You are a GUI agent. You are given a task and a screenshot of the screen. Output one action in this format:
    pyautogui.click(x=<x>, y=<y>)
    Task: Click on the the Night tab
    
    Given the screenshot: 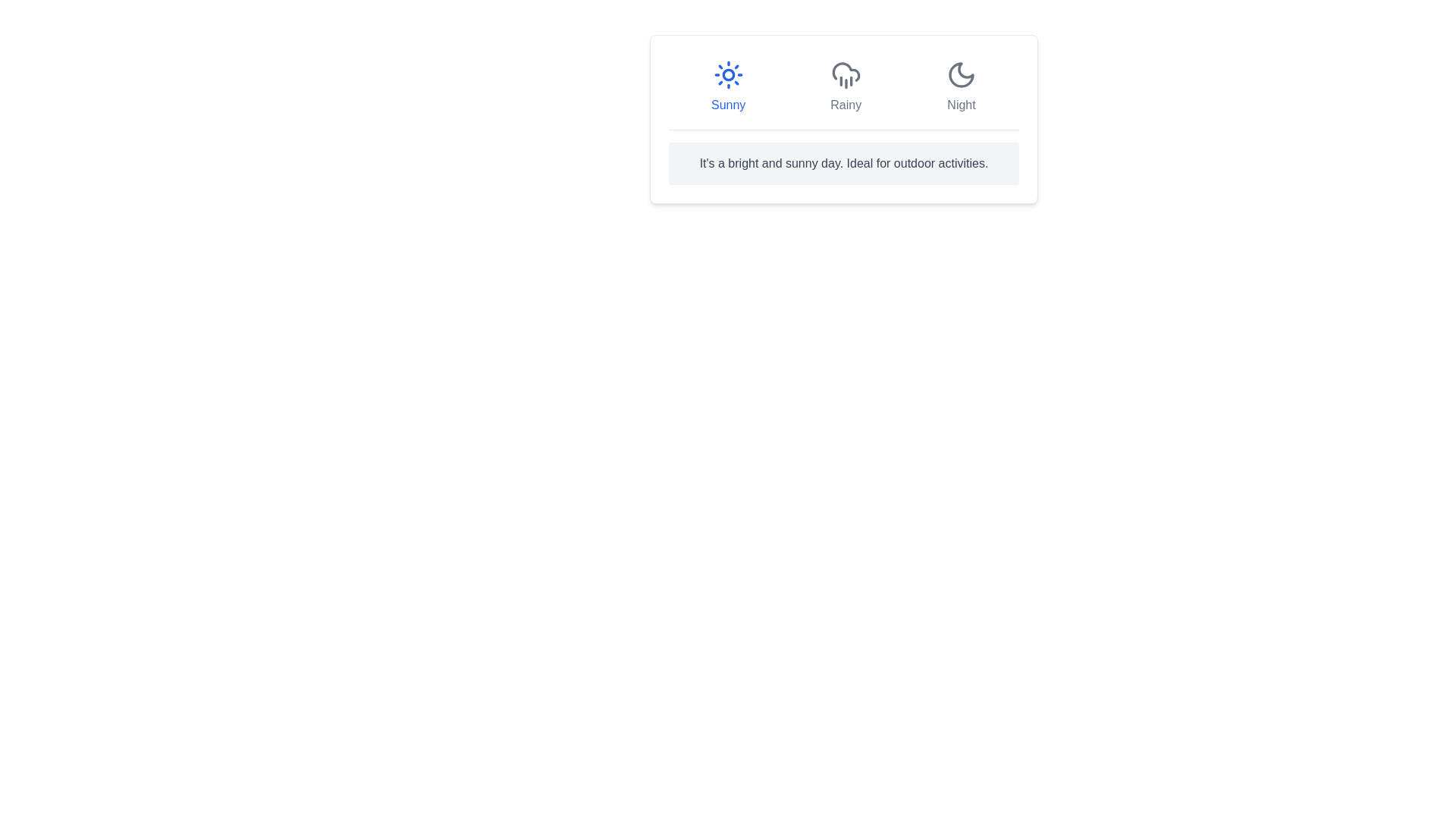 What is the action you would take?
    pyautogui.click(x=960, y=87)
    